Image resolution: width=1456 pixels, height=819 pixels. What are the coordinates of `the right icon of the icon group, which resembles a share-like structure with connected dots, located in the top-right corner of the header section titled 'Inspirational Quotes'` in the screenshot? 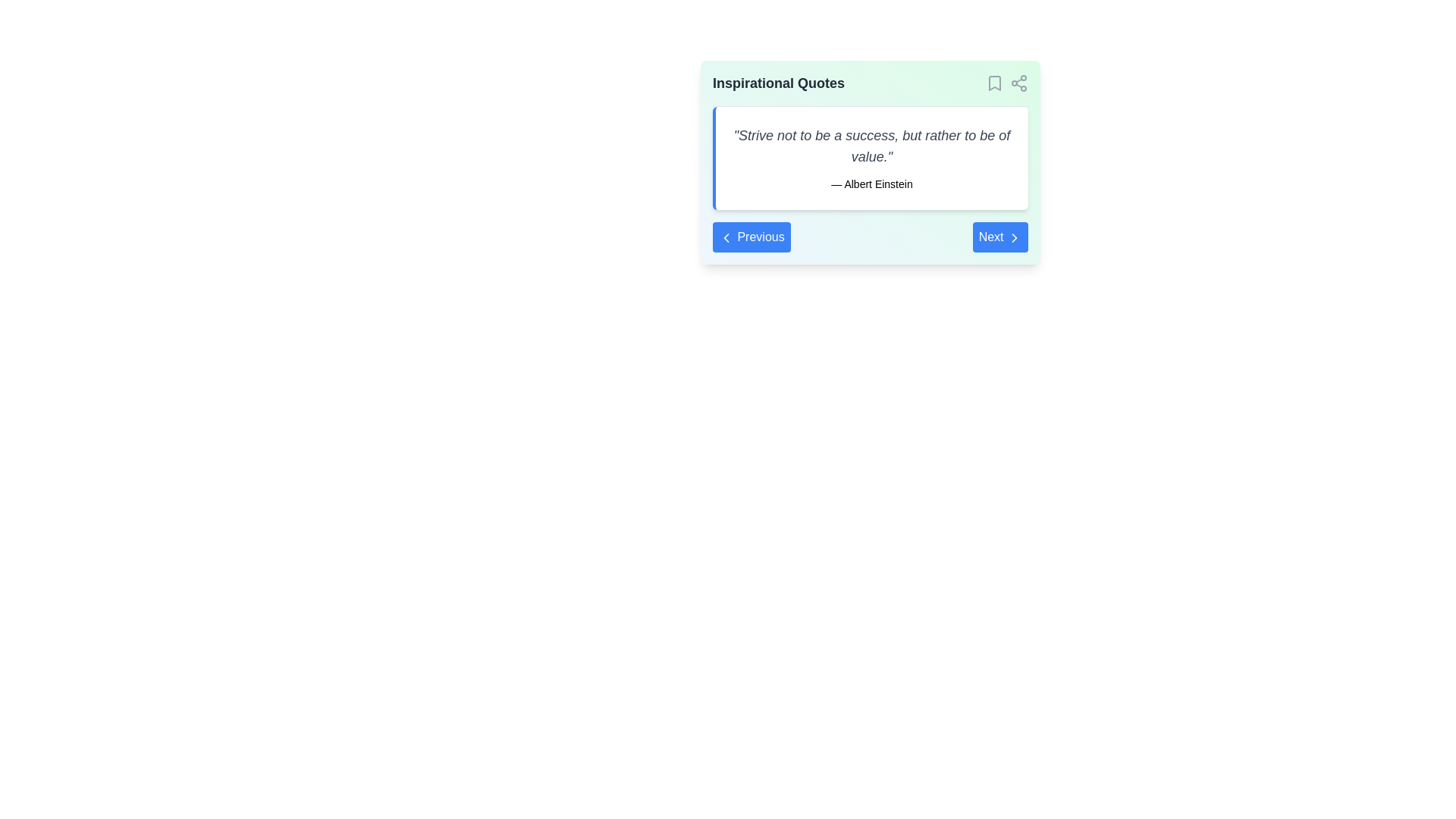 It's located at (1007, 83).